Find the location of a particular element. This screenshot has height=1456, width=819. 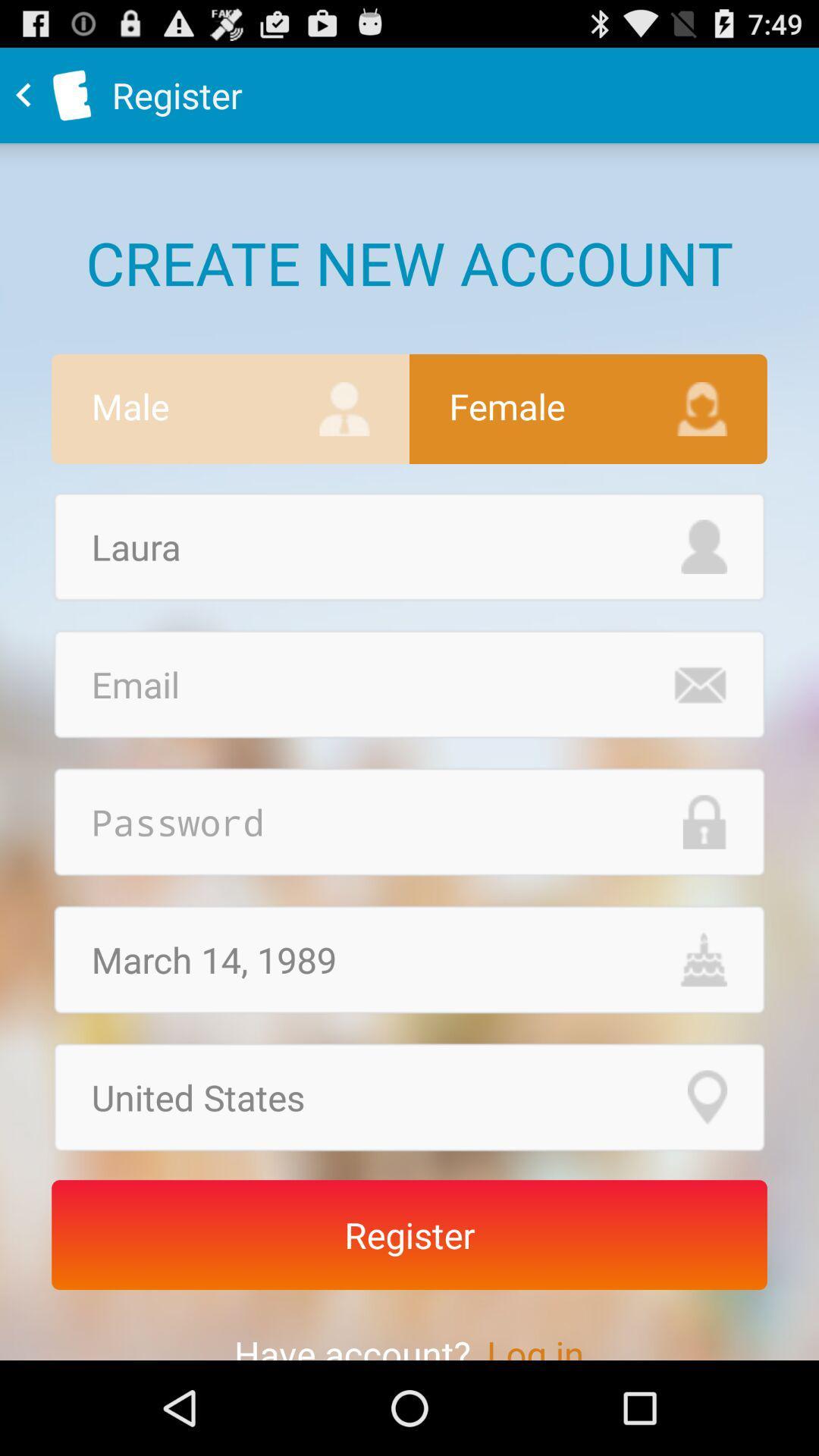

password is located at coordinates (409, 821).